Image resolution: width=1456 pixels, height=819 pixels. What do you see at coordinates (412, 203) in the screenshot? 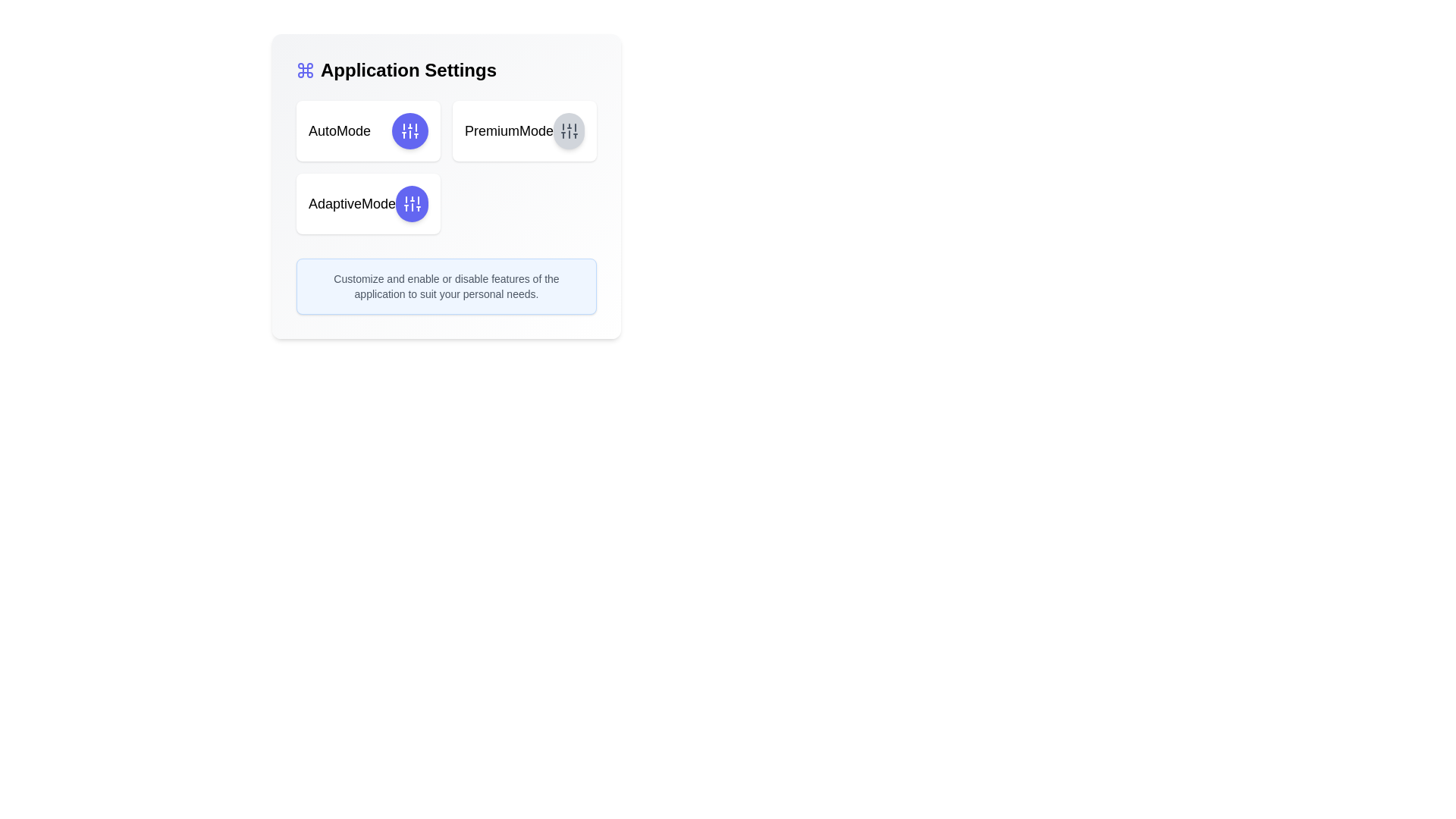
I see `the vertical sliders icon, which is styled with a white outline on a blue circular background and located within the 'AdaptiveMode' button in the 'Application Settings' modal box` at bounding box center [412, 203].